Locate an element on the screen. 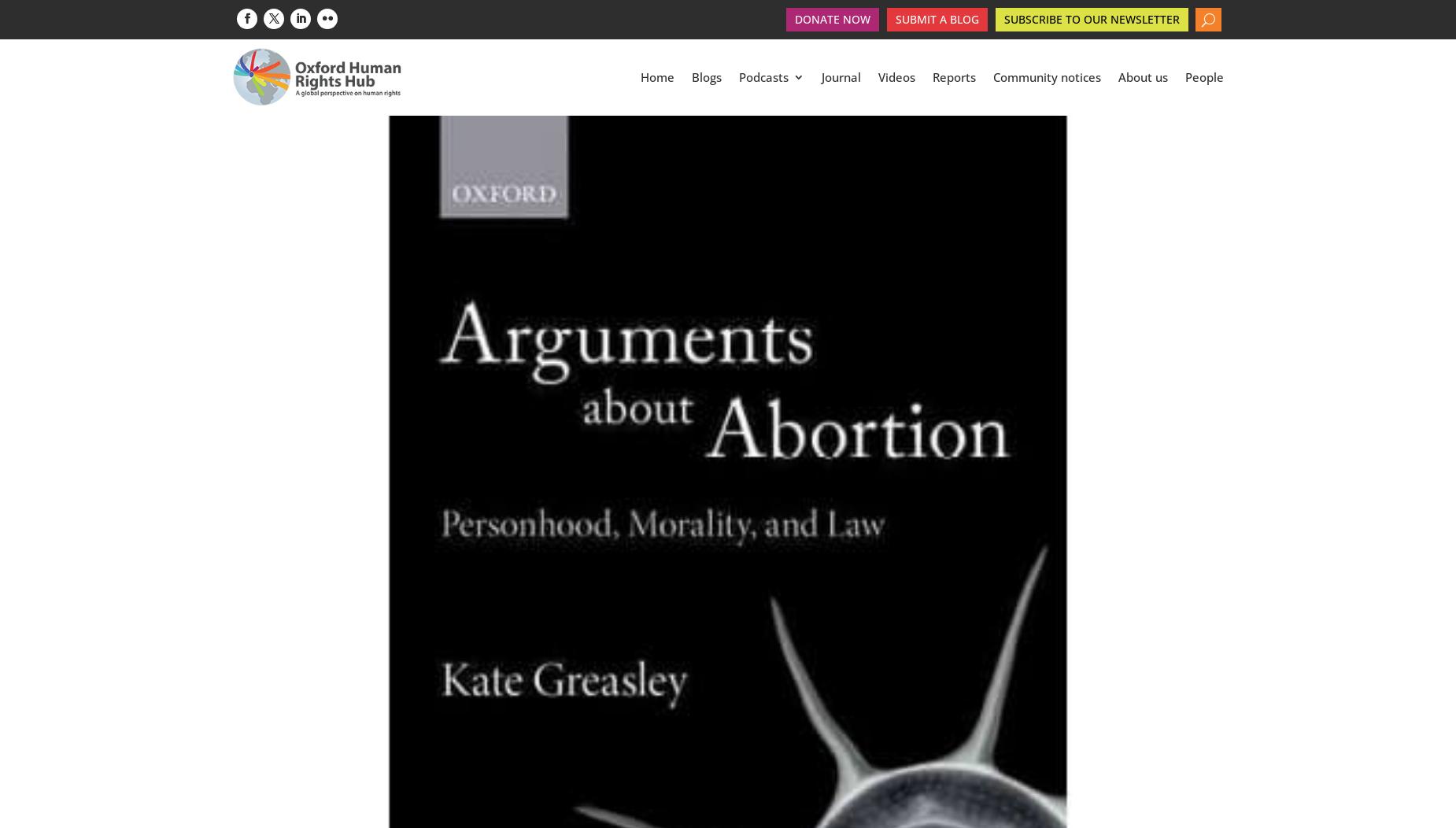  'Subscribe to our newsletter' is located at coordinates (1090, 19).